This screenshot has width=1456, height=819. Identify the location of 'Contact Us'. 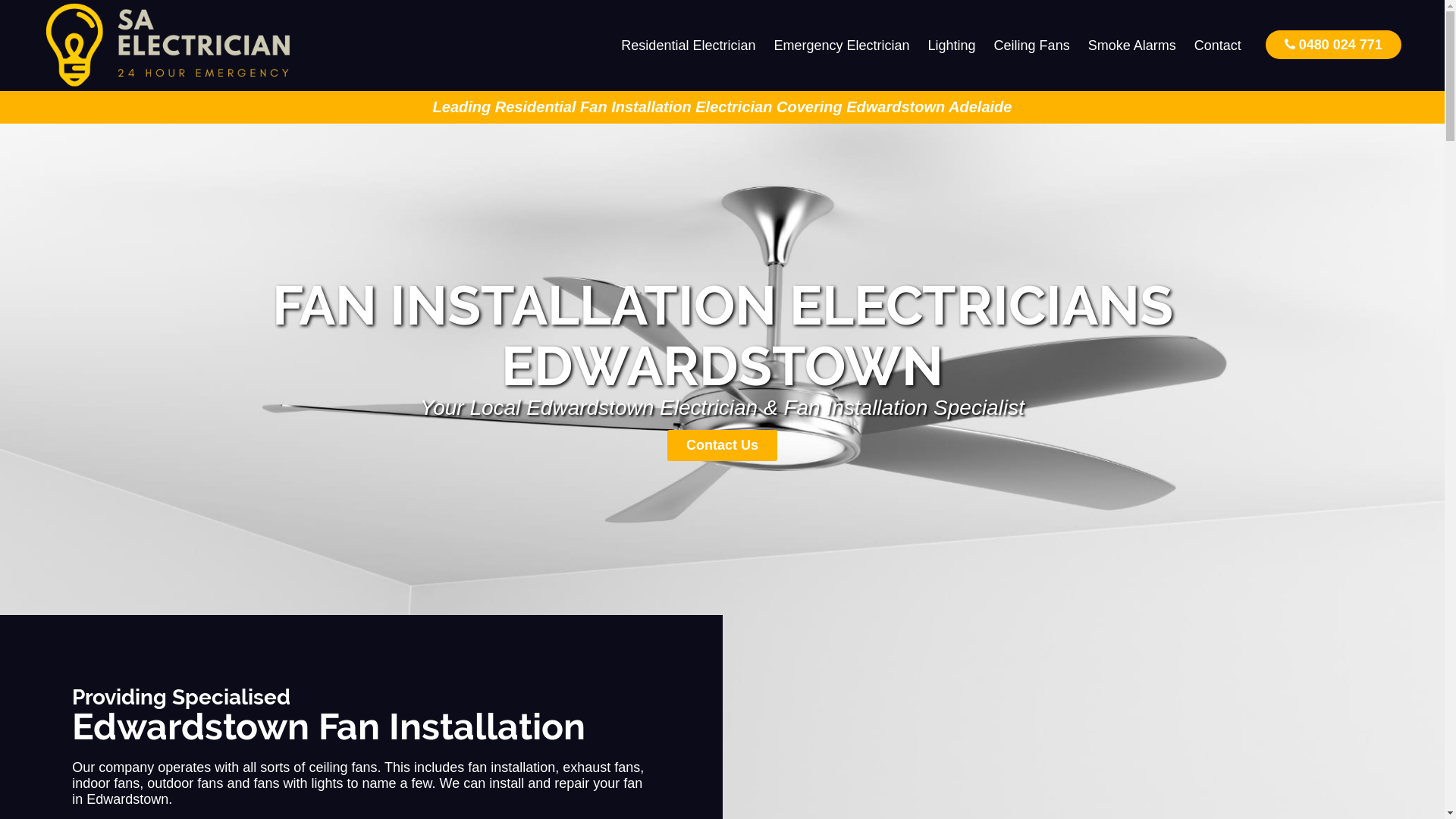
(721, 444).